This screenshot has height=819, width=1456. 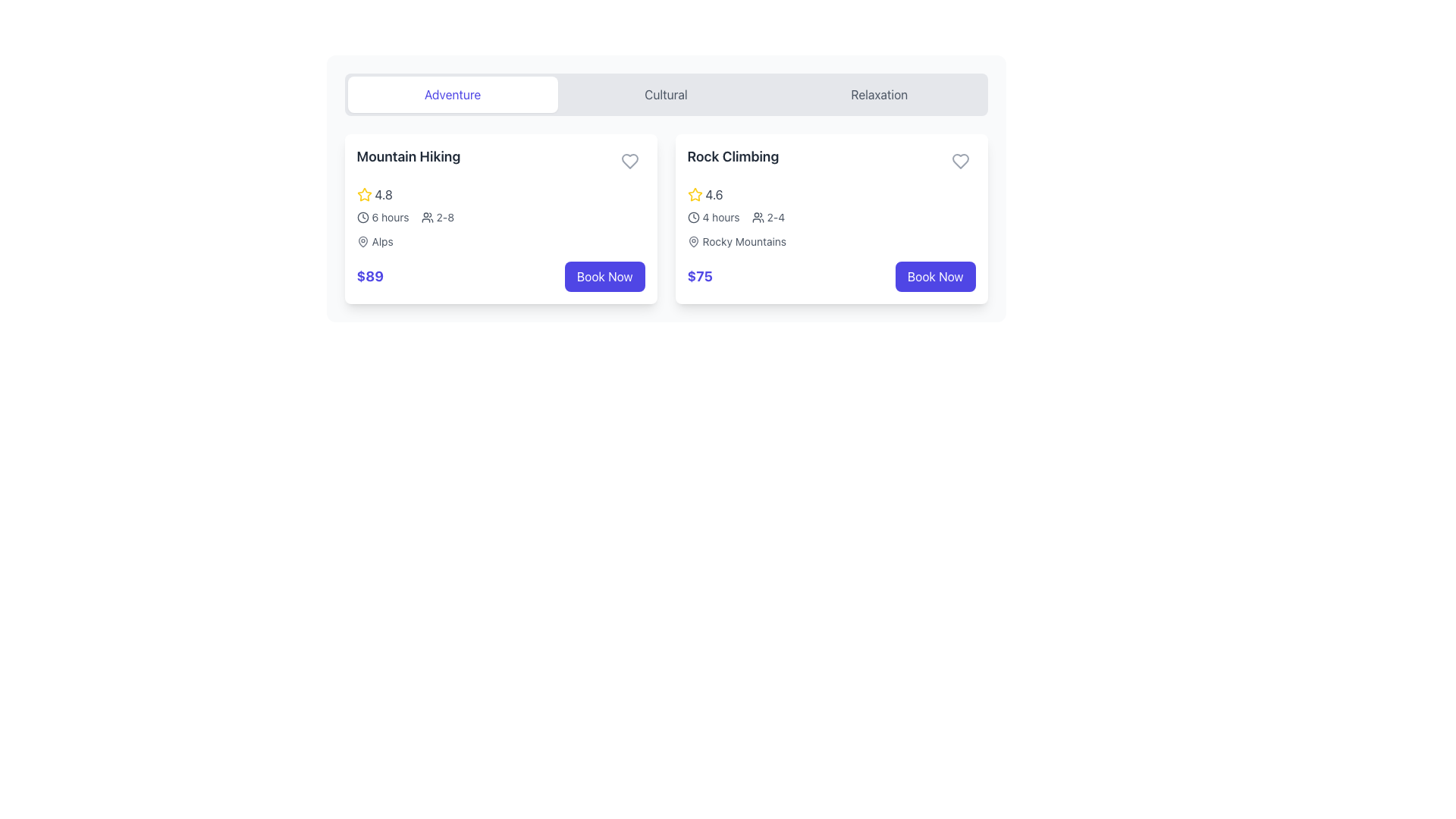 I want to click on the heart-shaped icon located in the top-right corner of the second card labeled 'Rock Climbing', so click(x=959, y=161).